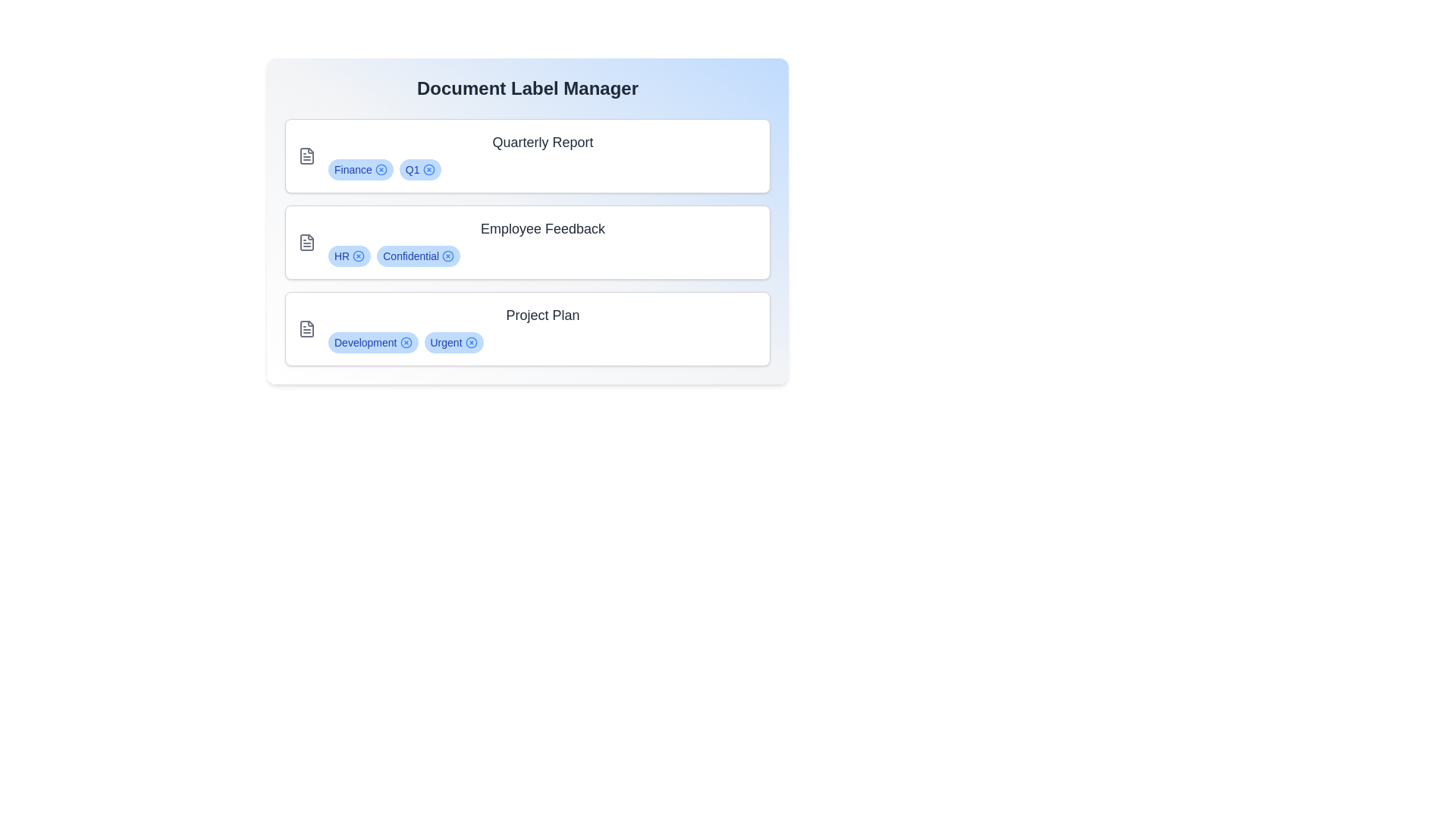  I want to click on the label Confidential from the document Employee Feedback, so click(447, 256).